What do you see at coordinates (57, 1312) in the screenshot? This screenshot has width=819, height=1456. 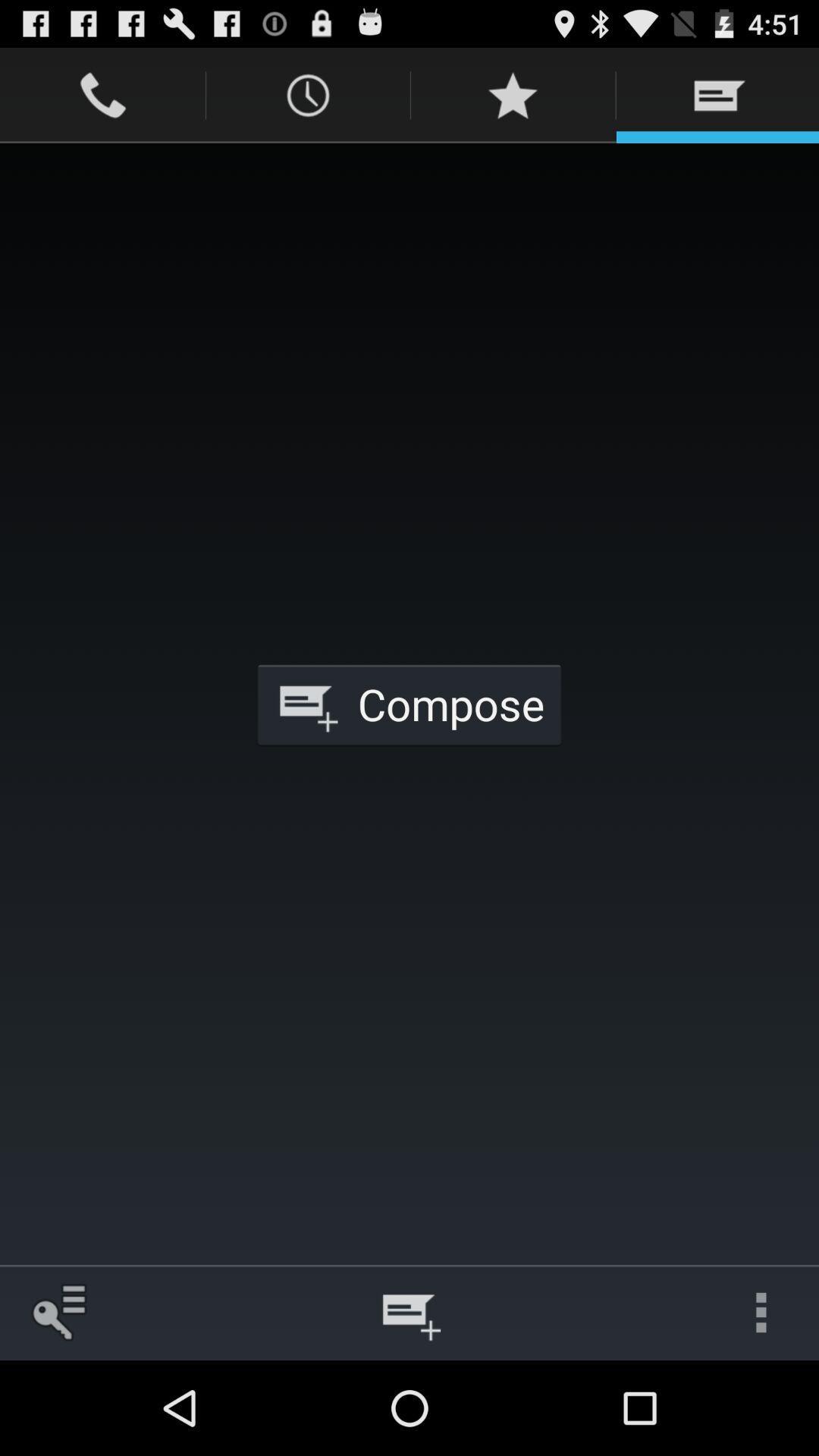 I see `item at the bottom left corner` at bounding box center [57, 1312].